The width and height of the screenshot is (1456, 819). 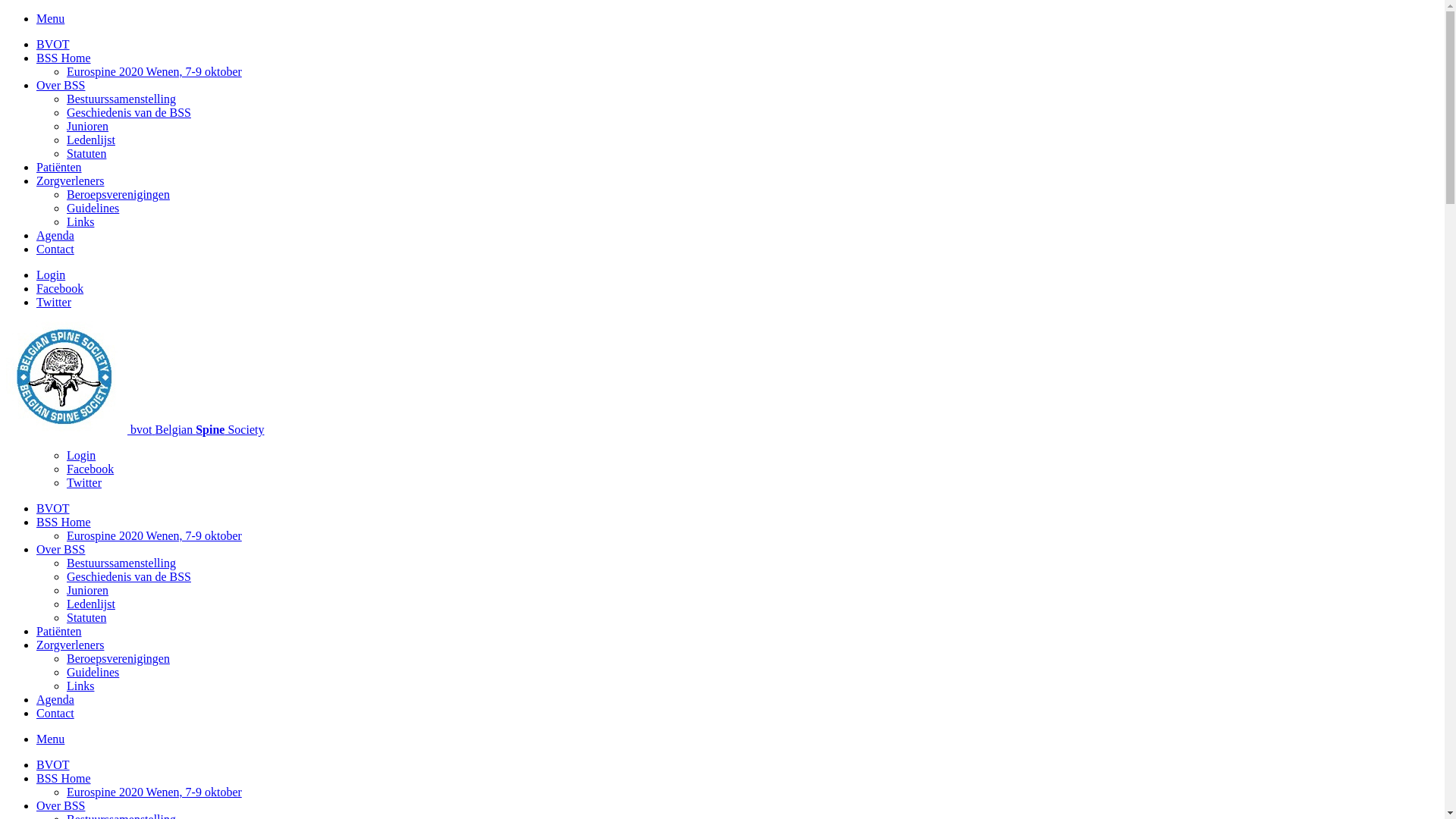 What do you see at coordinates (62, 521) in the screenshot?
I see `'BSS Home'` at bounding box center [62, 521].